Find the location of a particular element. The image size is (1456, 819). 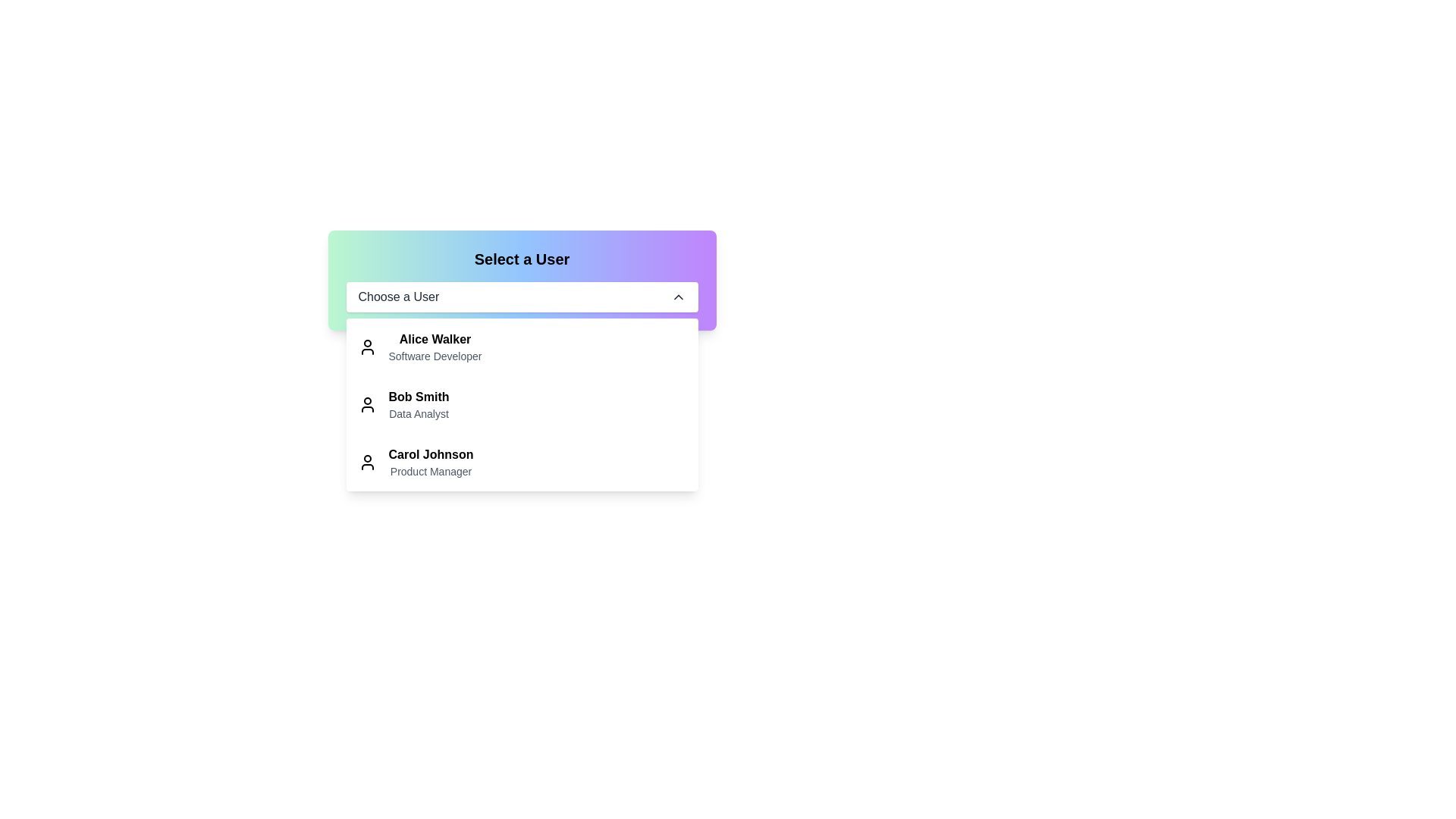

the user profile icon, which is a simplistic user figure outline, located to the left of the text 'Carol Johnson' in the dropdown under 'Select a User' is located at coordinates (367, 461).